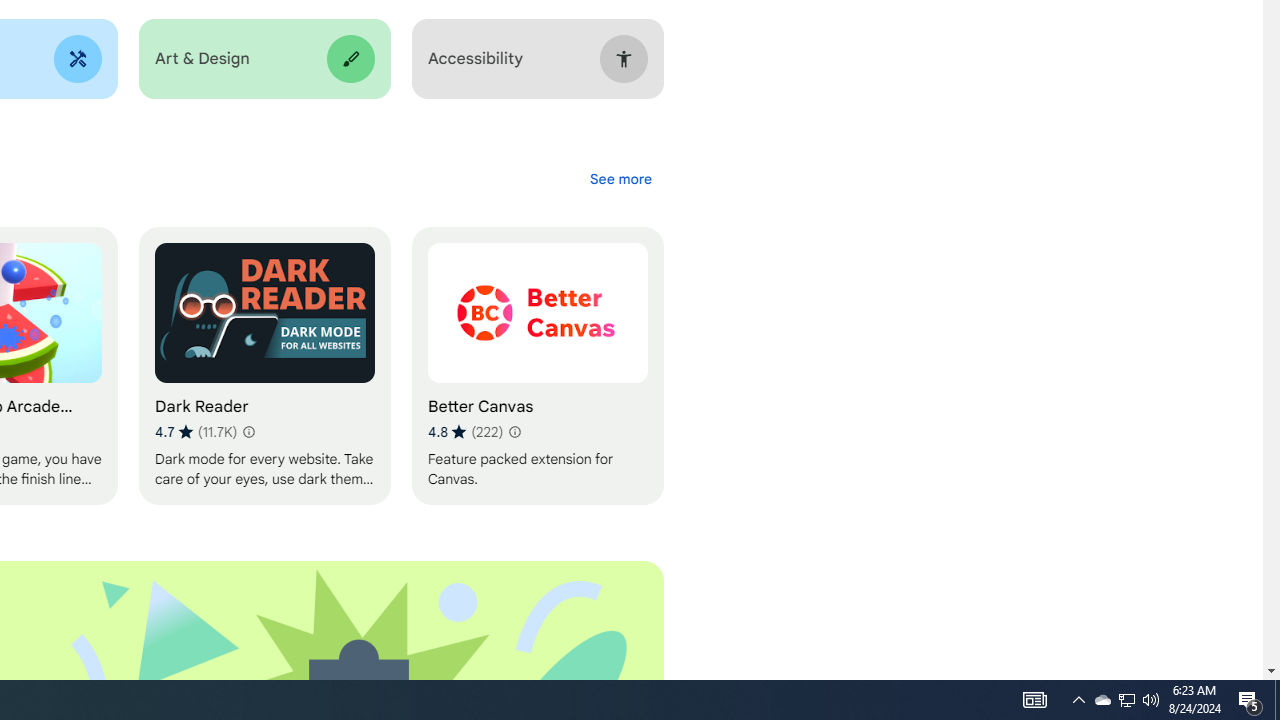 The image size is (1280, 720). I want to click on 'See more personalized recommendations', so click(619, 178).